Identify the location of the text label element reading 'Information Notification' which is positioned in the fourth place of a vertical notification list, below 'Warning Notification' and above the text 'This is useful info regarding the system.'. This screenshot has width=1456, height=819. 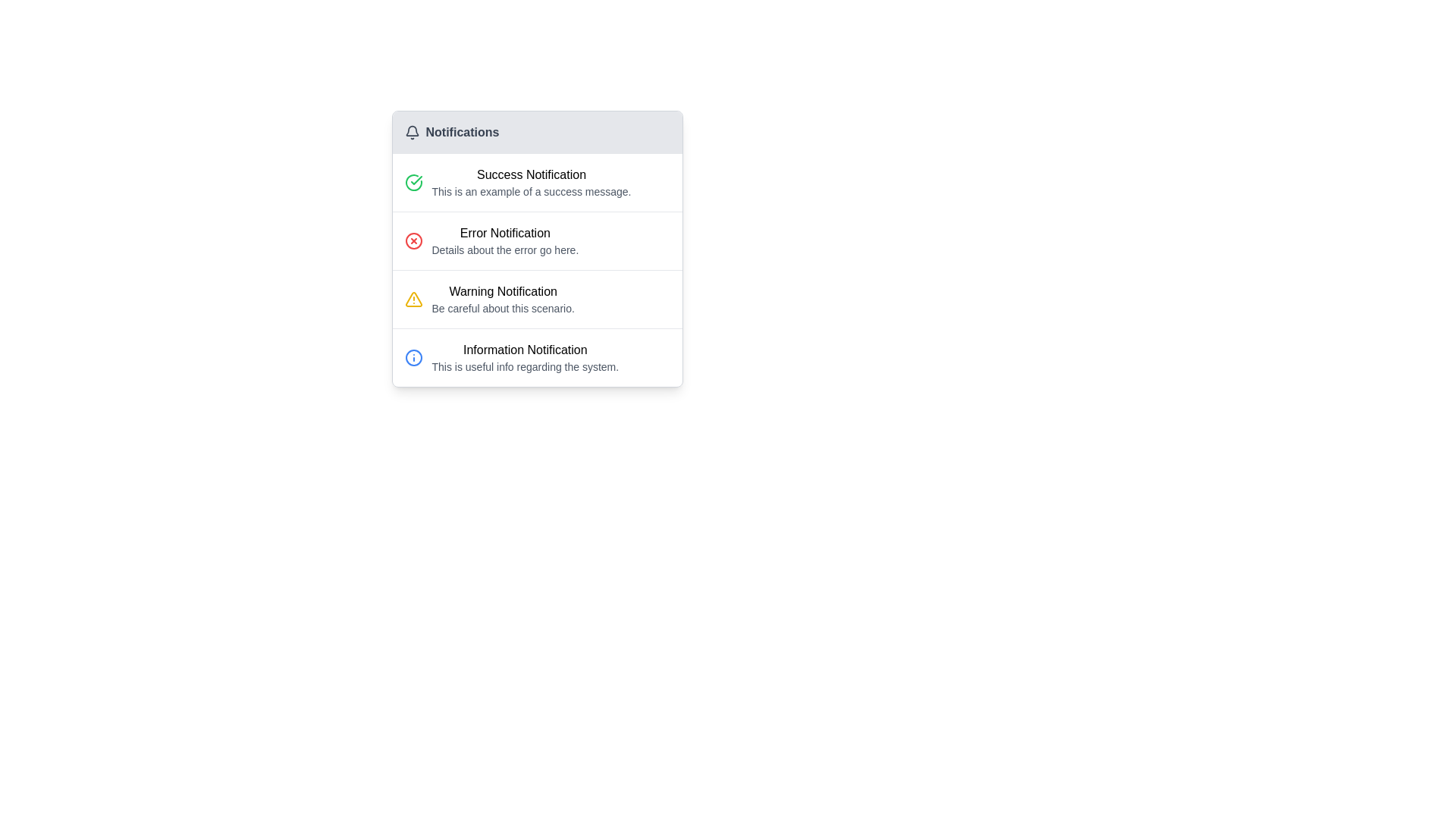
(525, 350).